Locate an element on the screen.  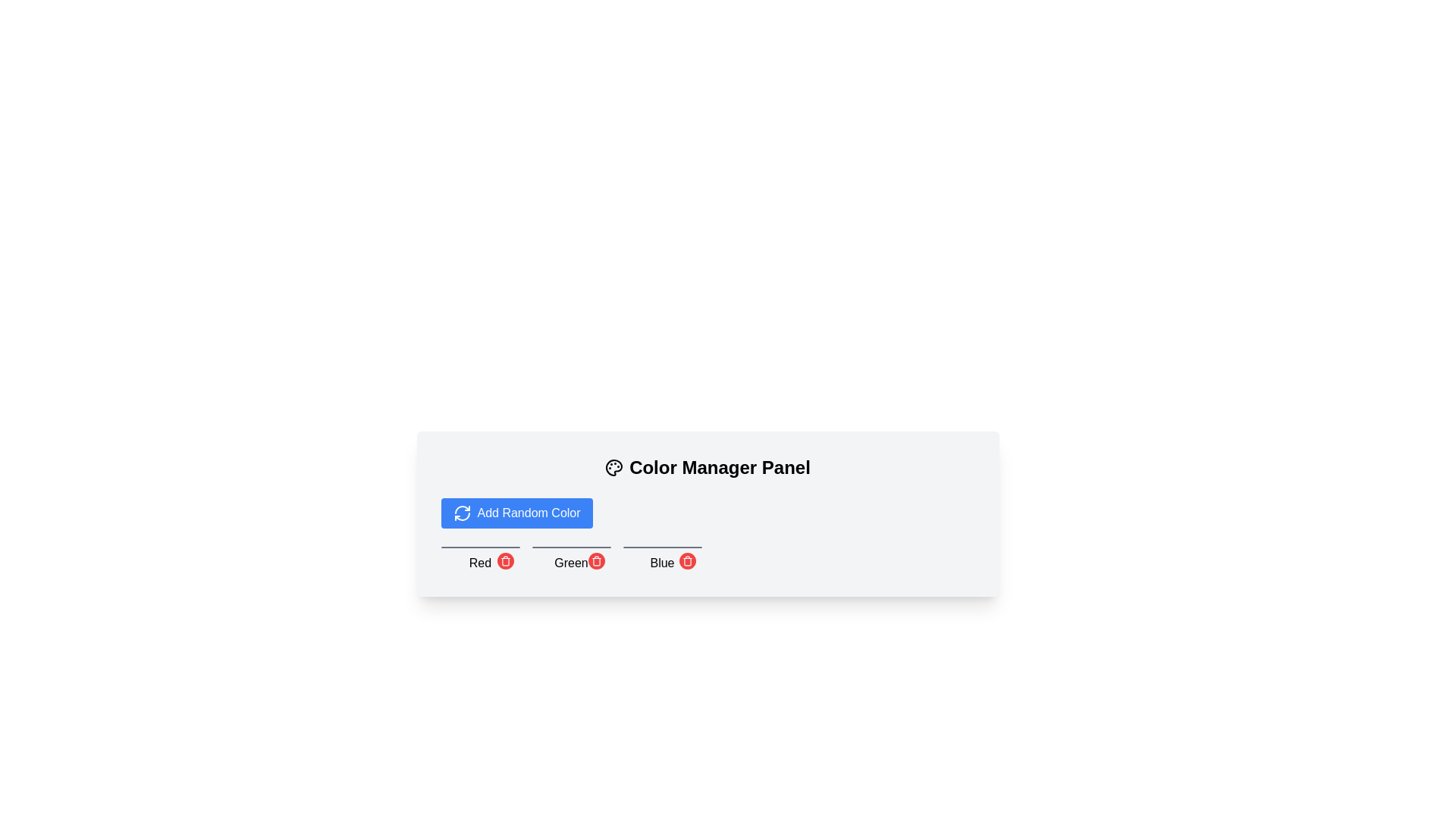
the middle segment of the trash can icon, which represents deletion or removal functionalities is located at coordinates (595, 562).